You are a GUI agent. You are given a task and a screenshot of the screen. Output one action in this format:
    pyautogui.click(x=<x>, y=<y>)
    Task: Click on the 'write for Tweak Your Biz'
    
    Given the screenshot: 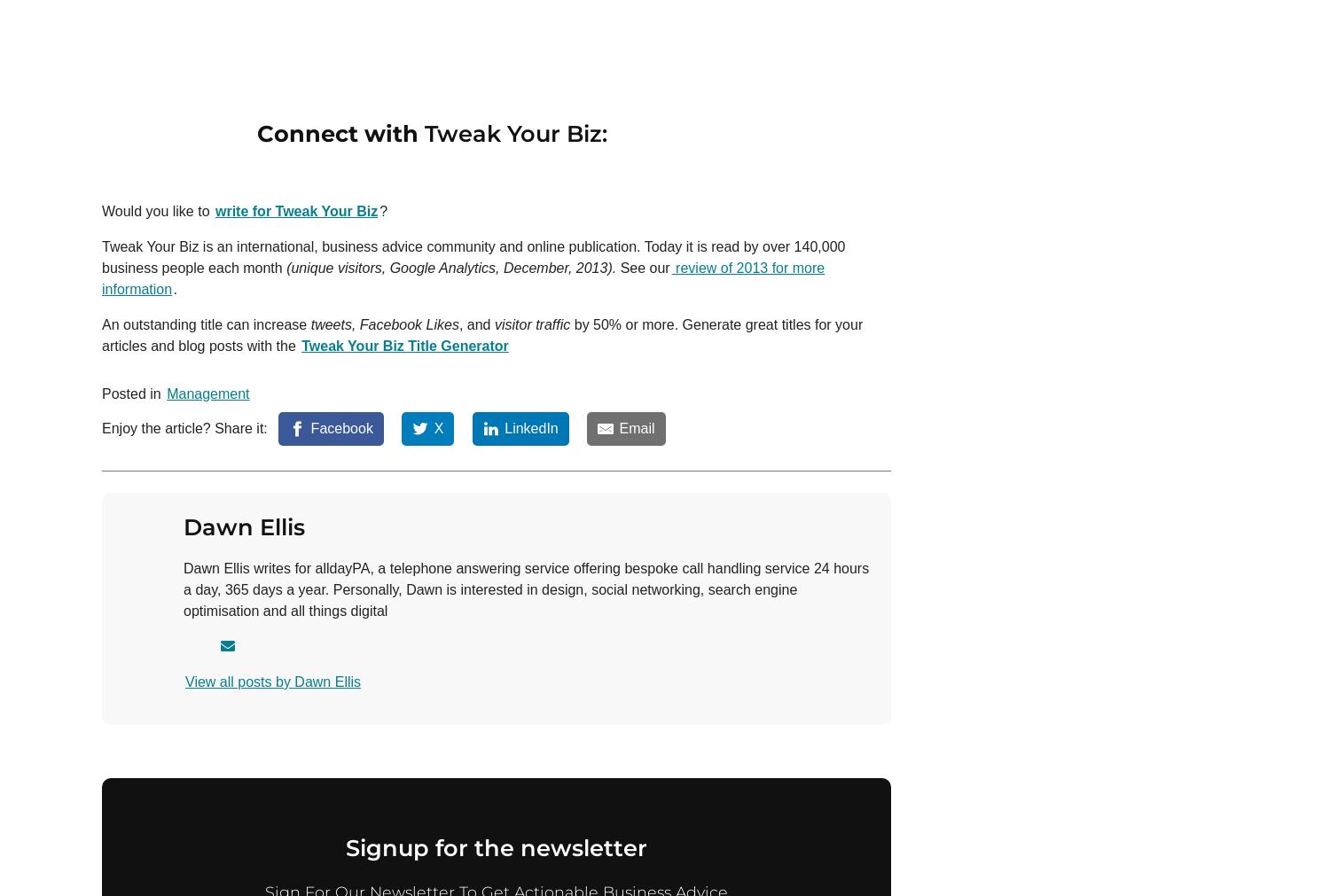 What is the action you would take?
    pyautogui.click(x=295, y=210)
    